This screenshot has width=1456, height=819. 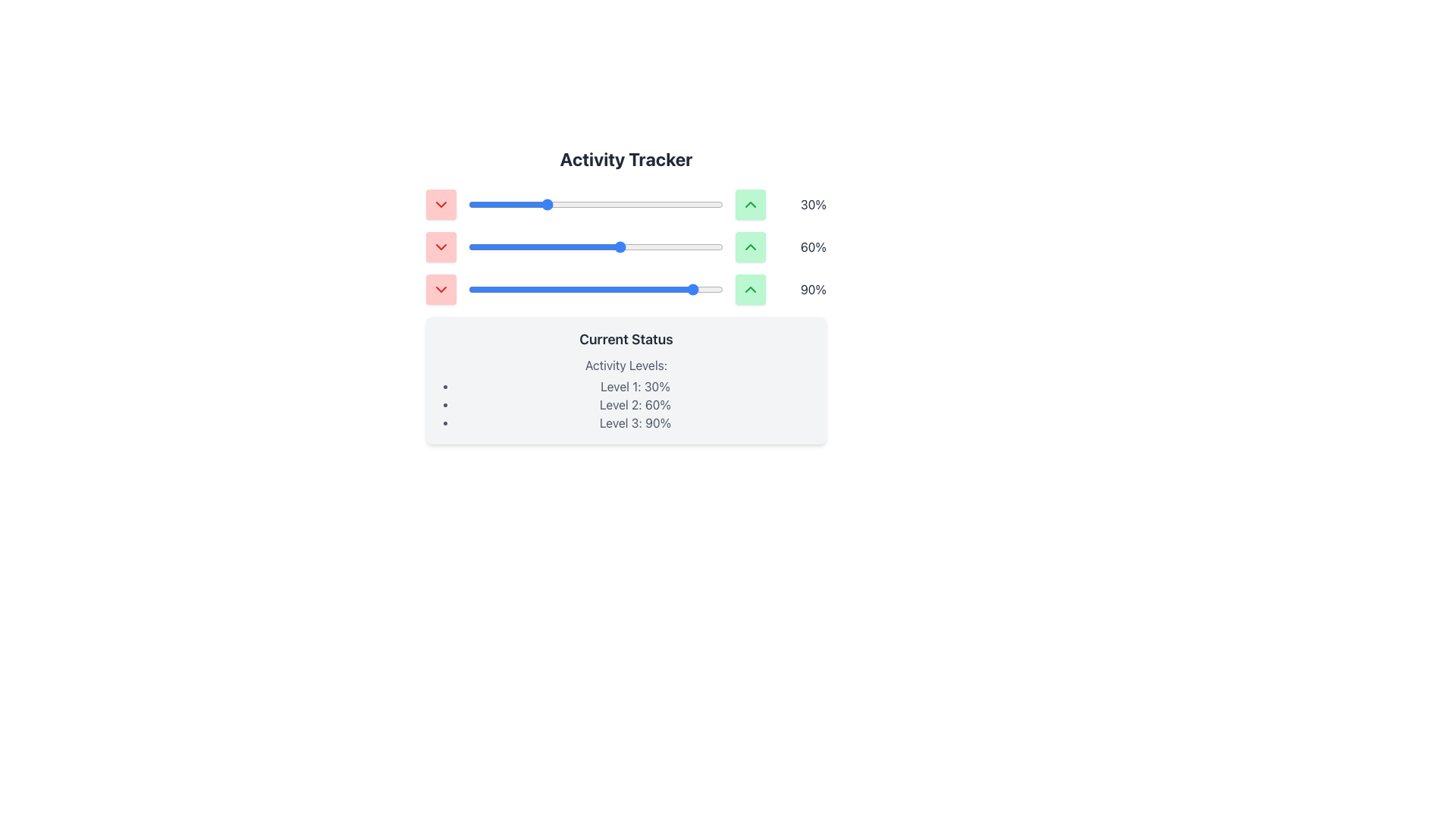 What do you see at coordinates (717, 246) in the screenshot?
I see `the slider value` at bounding box center [717, 246].